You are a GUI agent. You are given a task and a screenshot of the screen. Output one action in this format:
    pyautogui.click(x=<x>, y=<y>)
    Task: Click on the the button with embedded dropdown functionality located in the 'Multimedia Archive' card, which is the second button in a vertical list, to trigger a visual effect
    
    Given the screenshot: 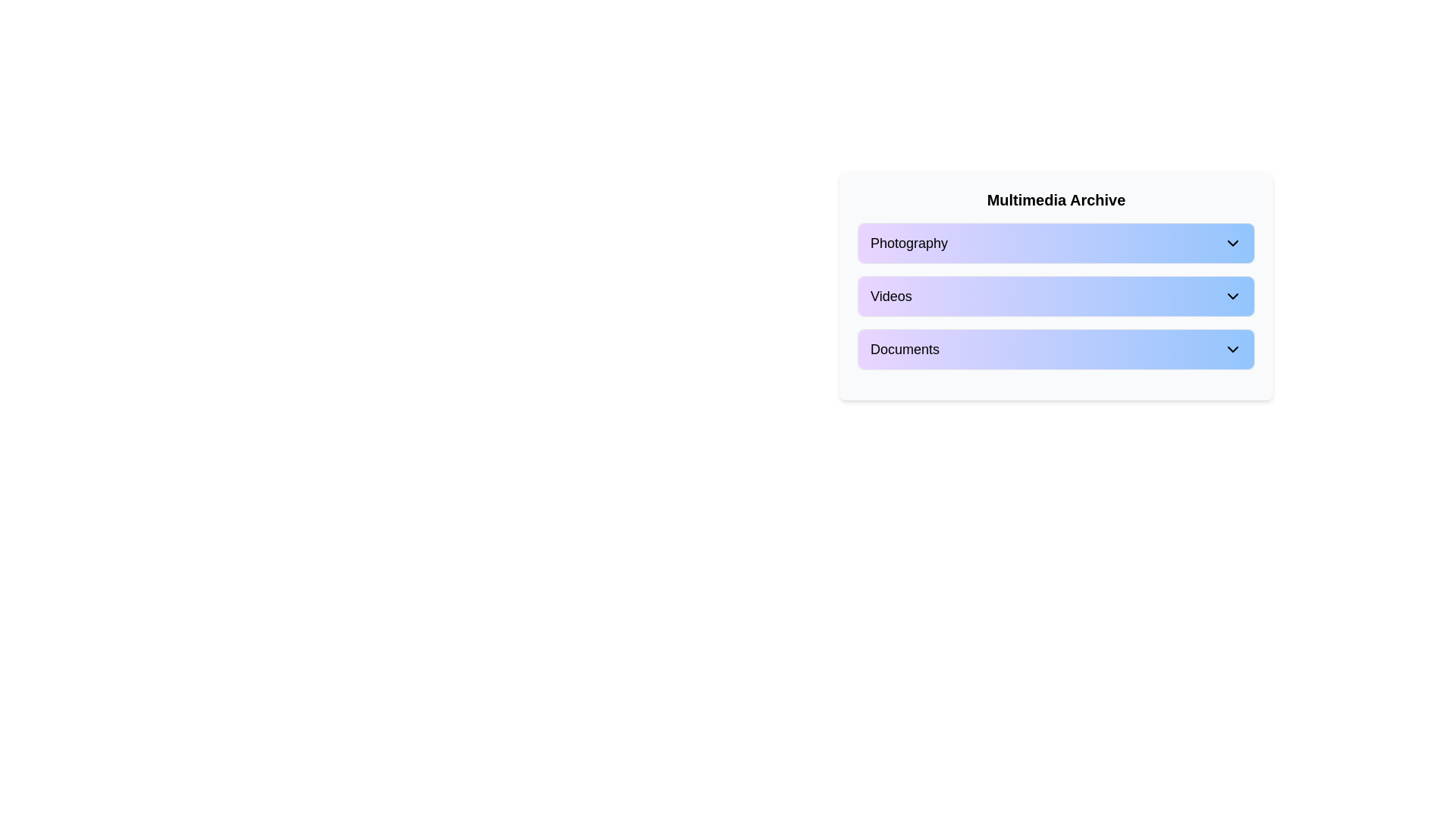 What is the action you would take?
    pyautogui.click(x=1055, y=296)
    